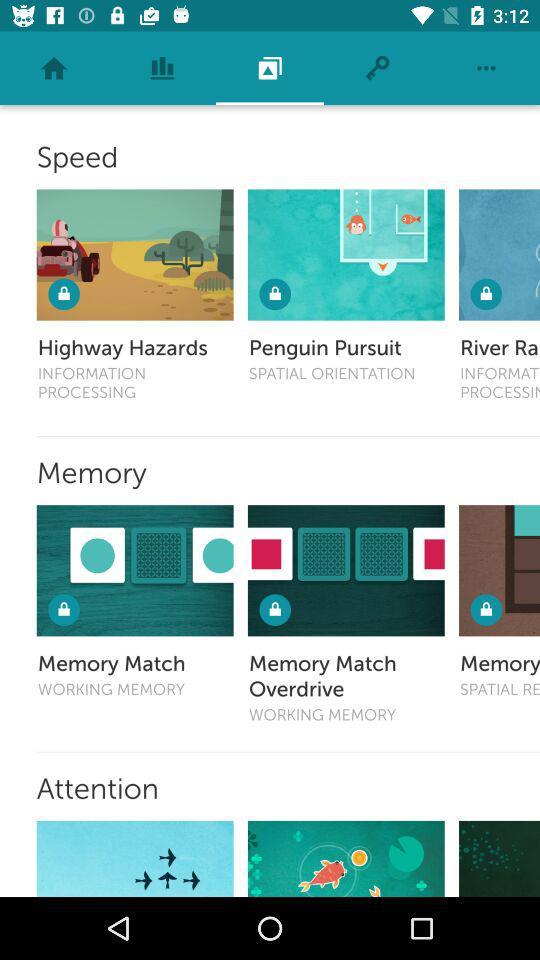 Image resolution: width=540 pixels, height=960 pixels. What do you see at coordinates (345, 253) in the screenshot?
I see `open speed game penguin persuit` at bounding box center [345, 253].